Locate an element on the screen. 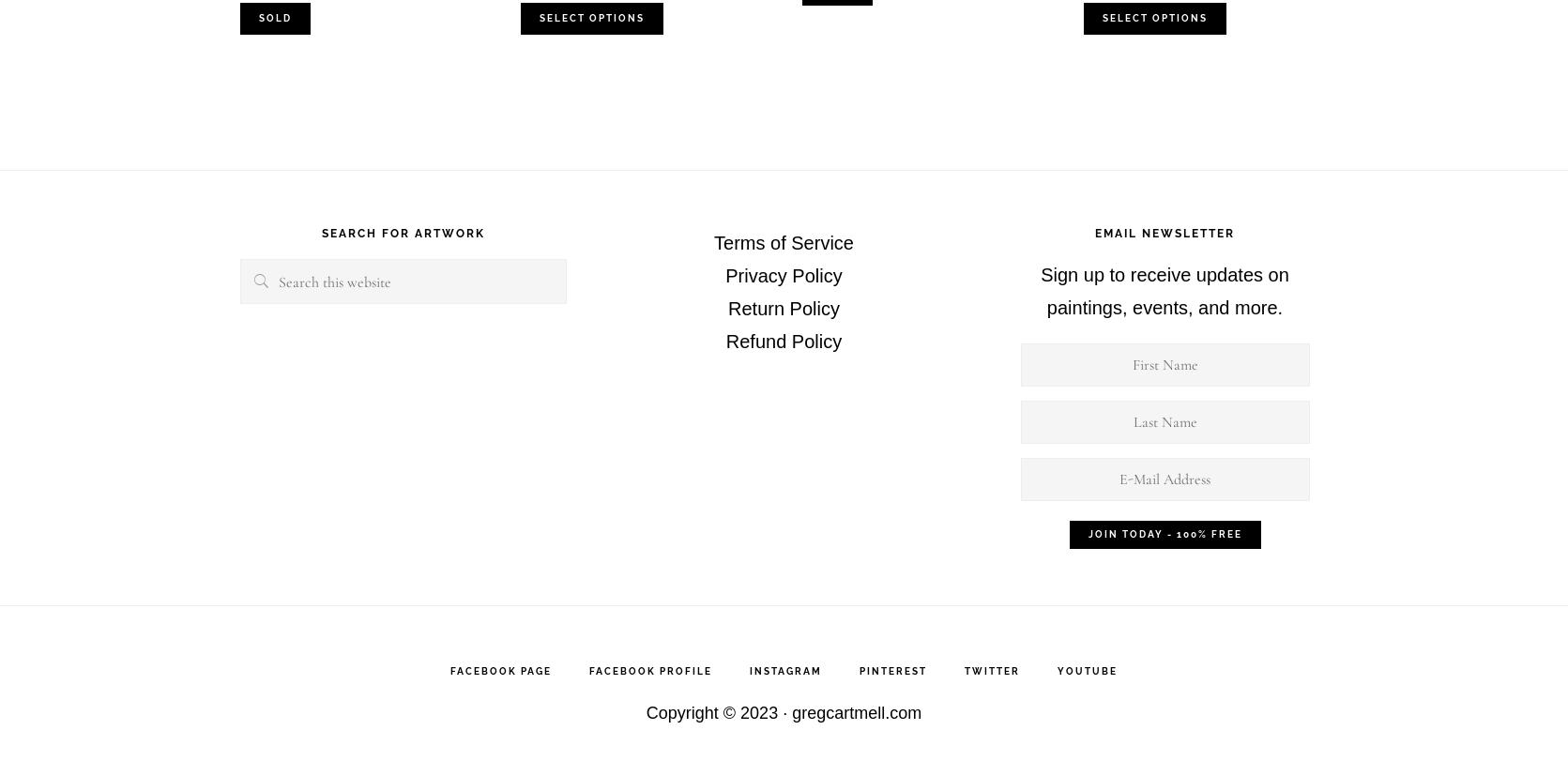 The width and height of the screenshot is (1568, 776). 'gregcartmell.com' is located at coordinates (856, 712).